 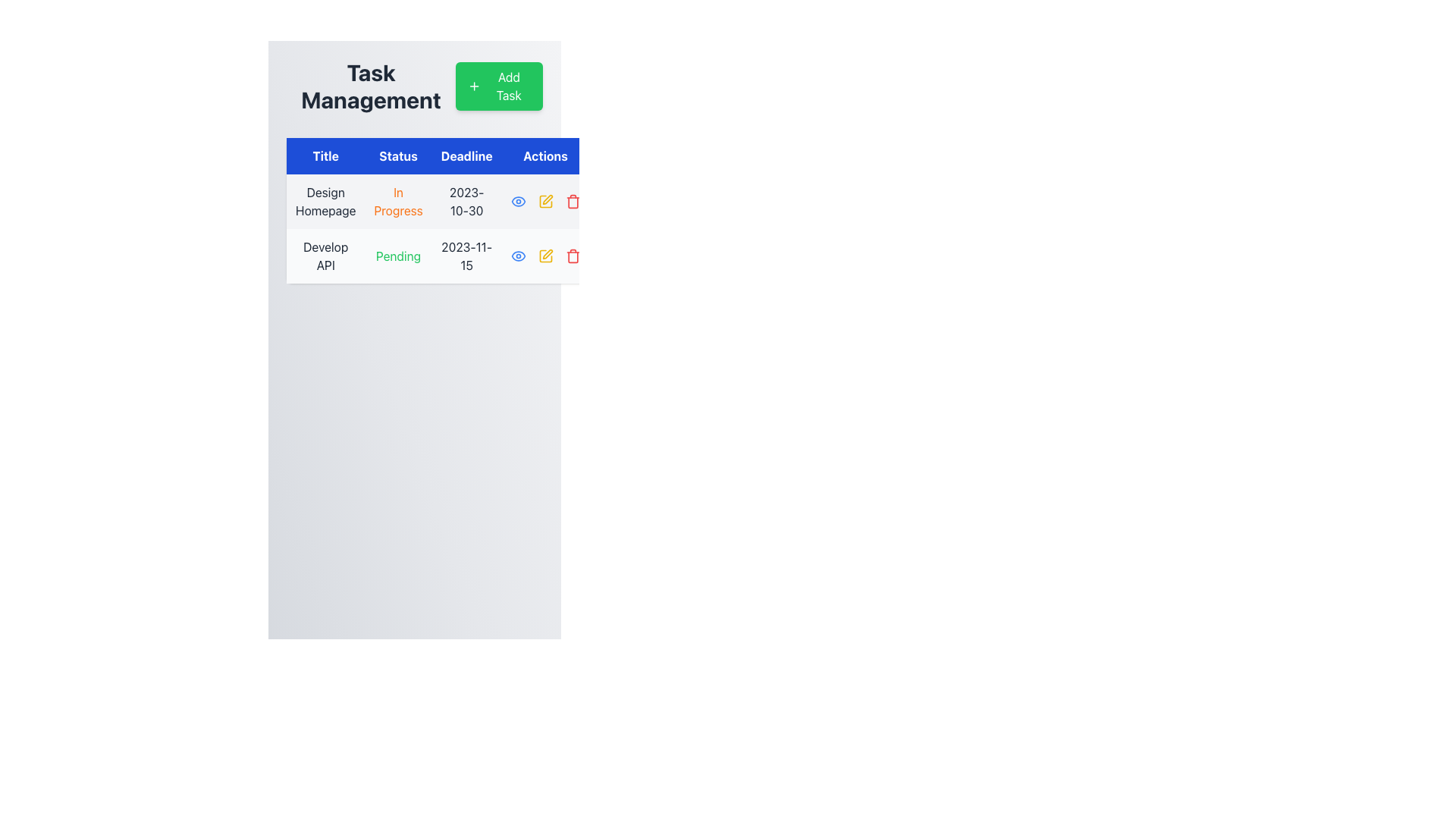 What do you see at coordinates (518, 201) in the screenshot?
I see `the blue eye-shaped icon located in the 'Actions' column of the second row of the table` at bounding box center [518, 201].